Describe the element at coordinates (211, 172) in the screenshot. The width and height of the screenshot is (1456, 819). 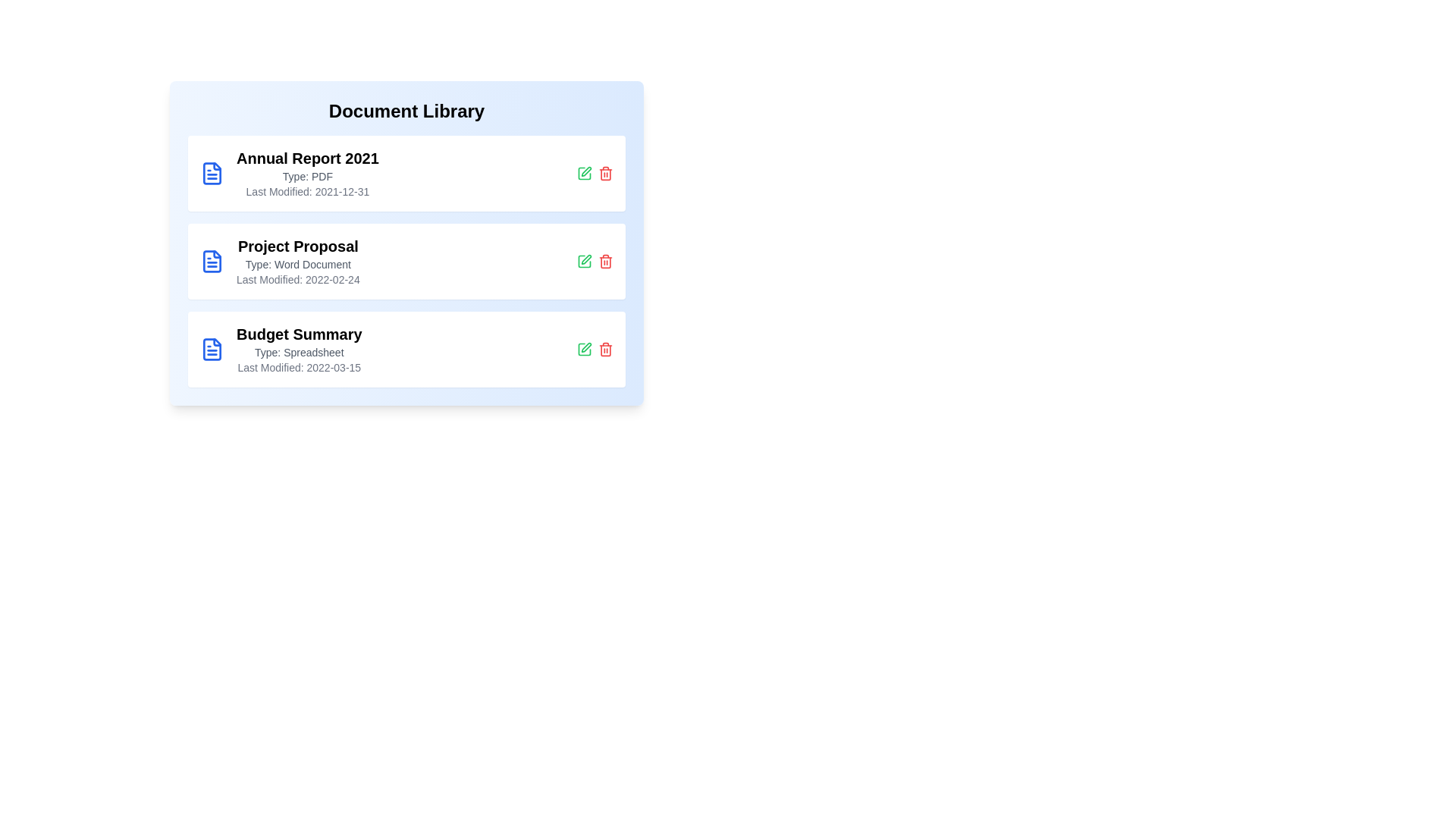
I see `the document icon to perform an action on the document: view` at that location.